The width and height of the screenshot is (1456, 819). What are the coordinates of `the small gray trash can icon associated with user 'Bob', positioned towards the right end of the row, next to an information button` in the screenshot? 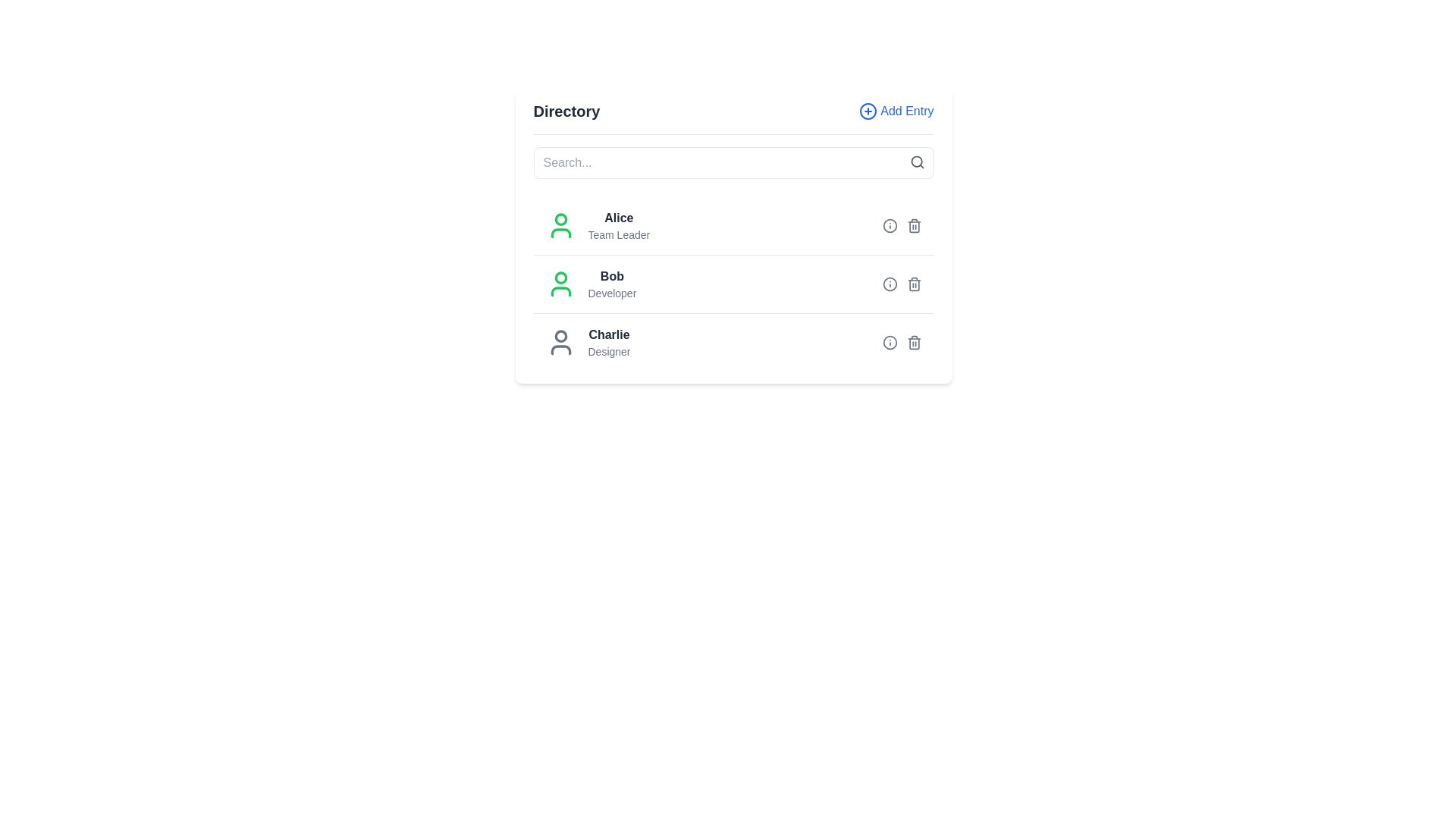 It's located at (913, 284).